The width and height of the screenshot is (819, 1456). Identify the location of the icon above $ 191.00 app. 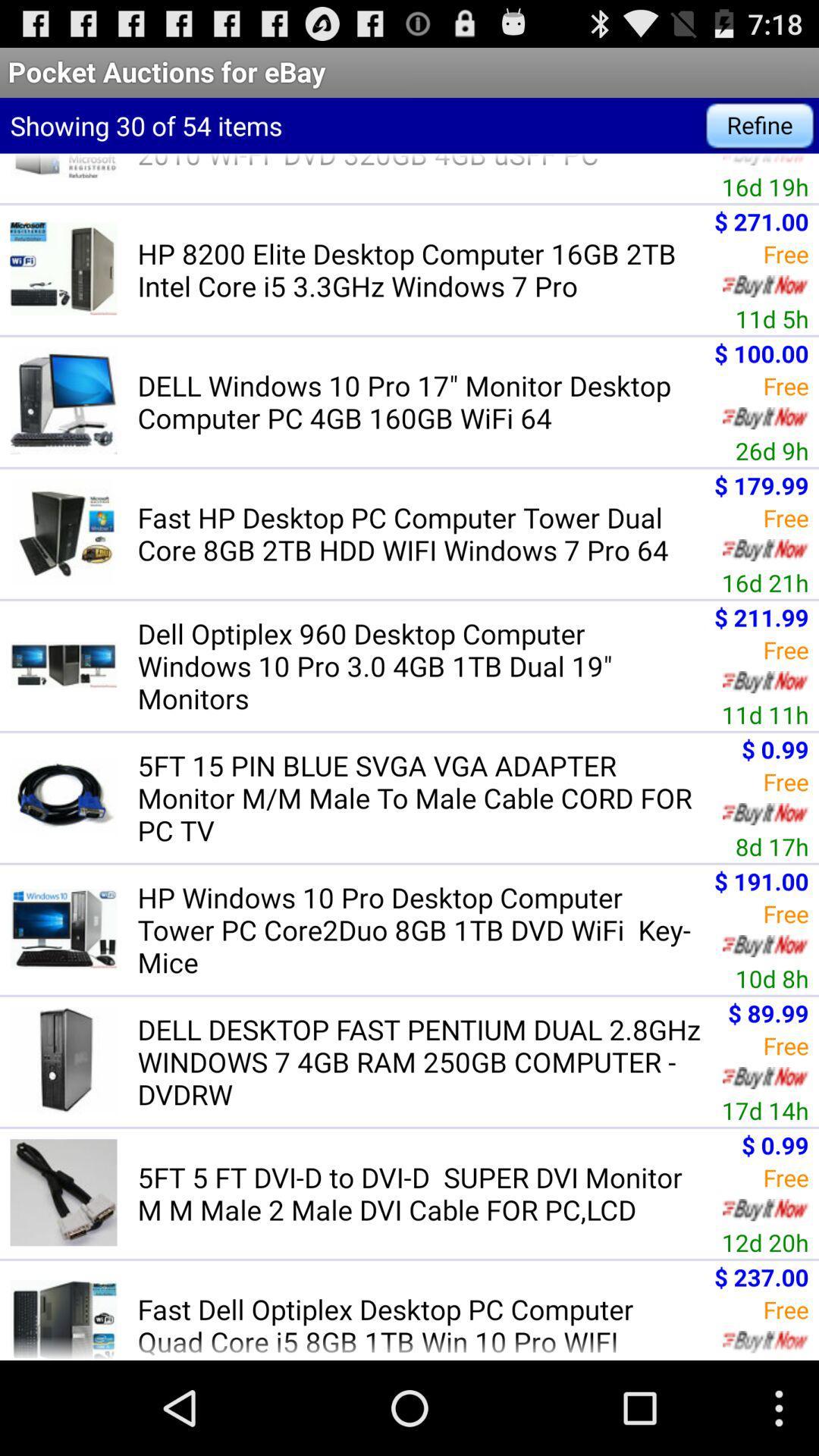
(772, 846).